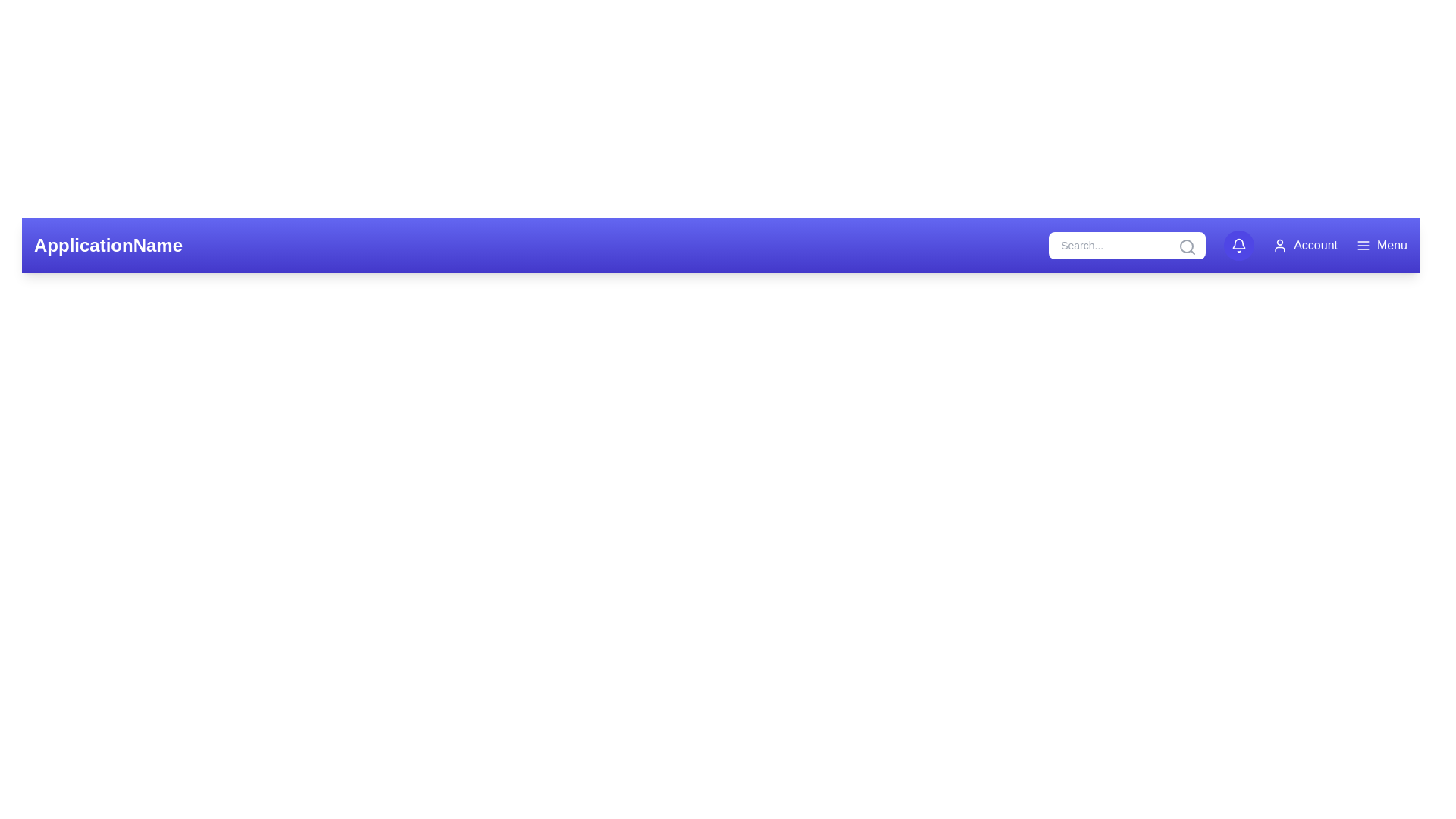 The width and height of the screenshot is (1456, 819). Describe the element at coordinates (1381, 245) in the screenshot. I see `menu button located at the top-right corner of the app bar` at that location.